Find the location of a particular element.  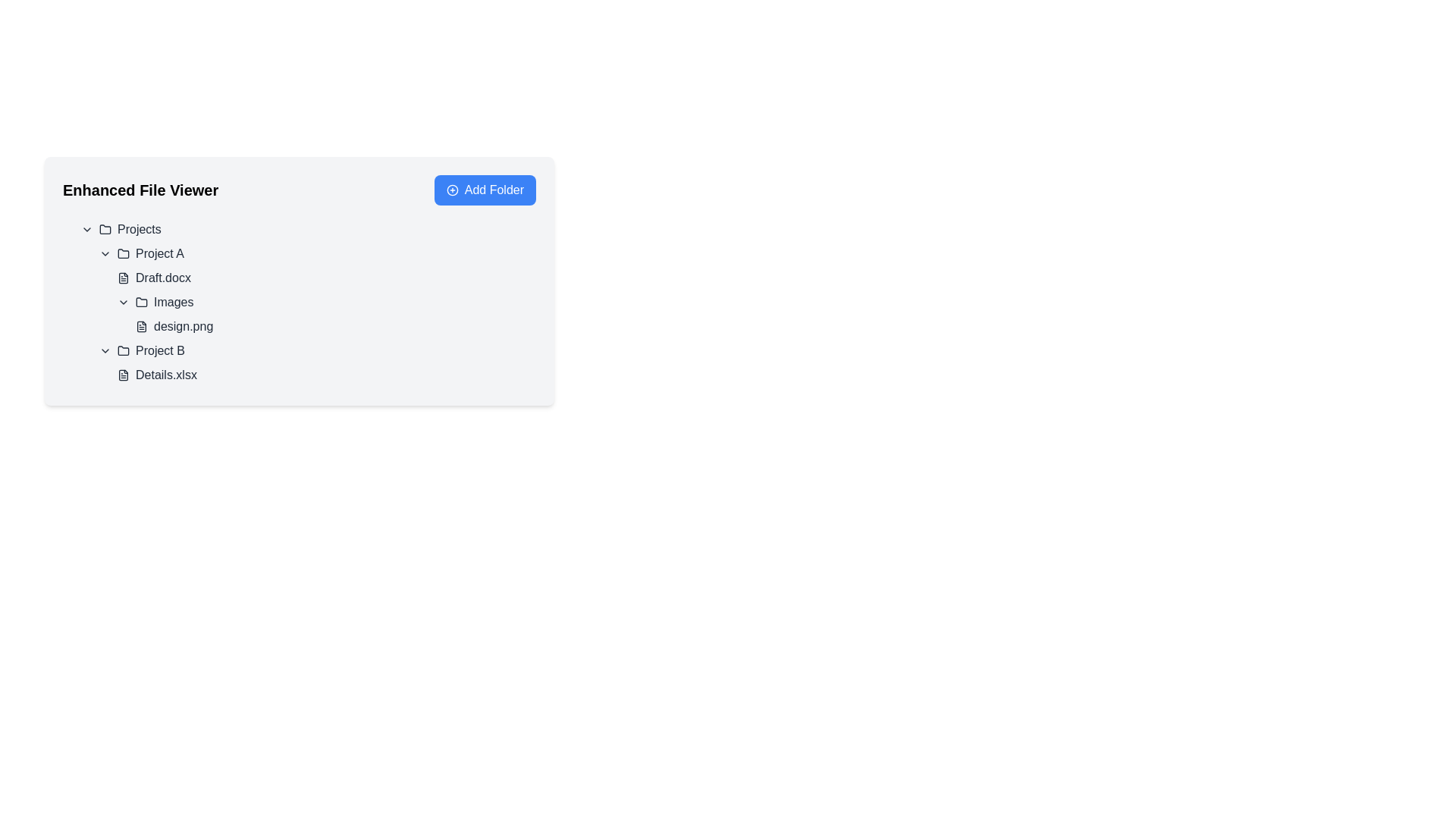

the file icon located to the left of the label 'Details.xlsx' under 'Project B' is located at coordinates (124, 375).